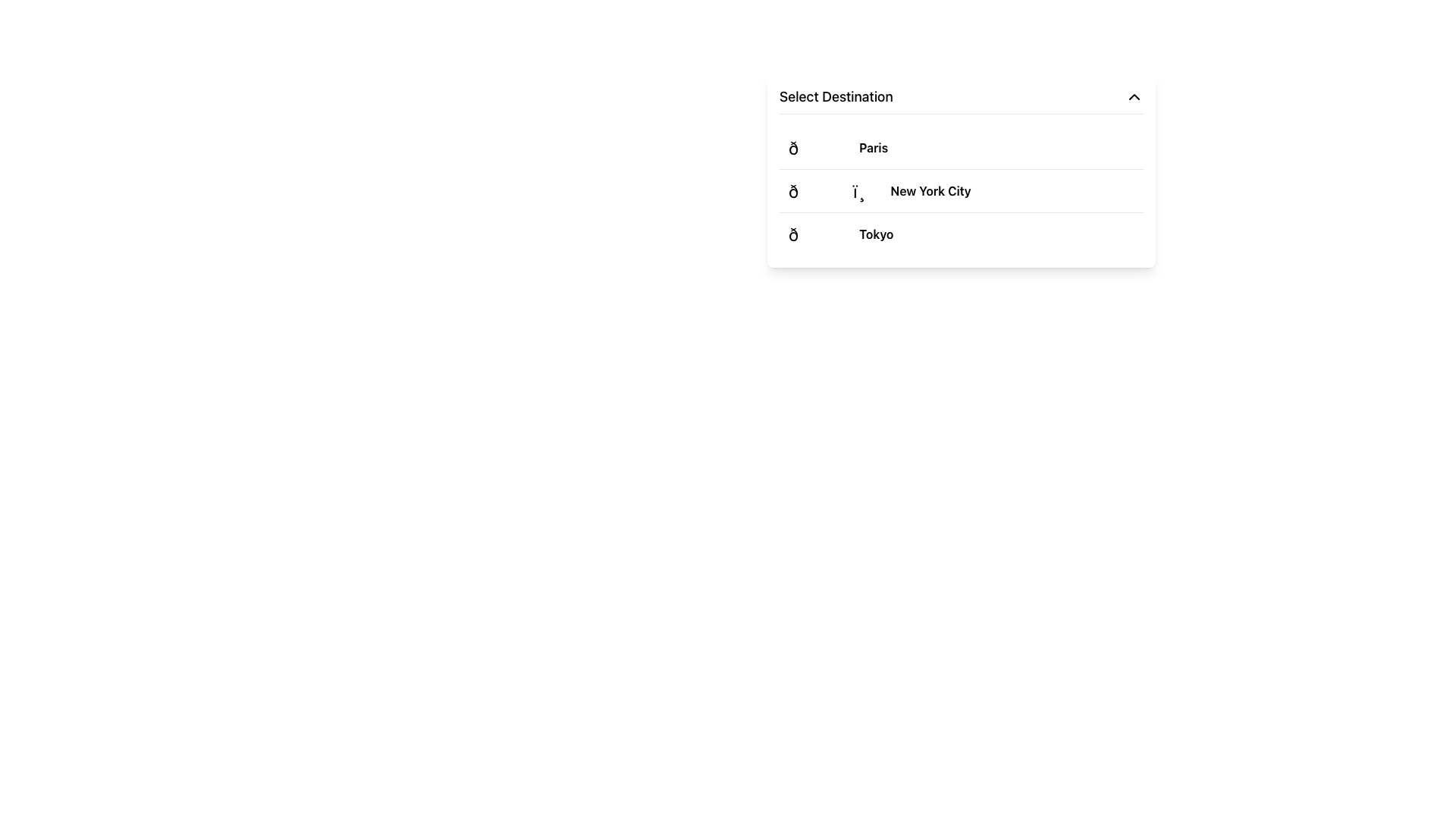 Image resolution: width=1456 pixels, height=819 pixels. What do you see at coordinates (836, 190) in the screenshot?
I see `the icon element styled with 'text-2xl' next to 'New York City' for information` at bounding box center [836, 190].